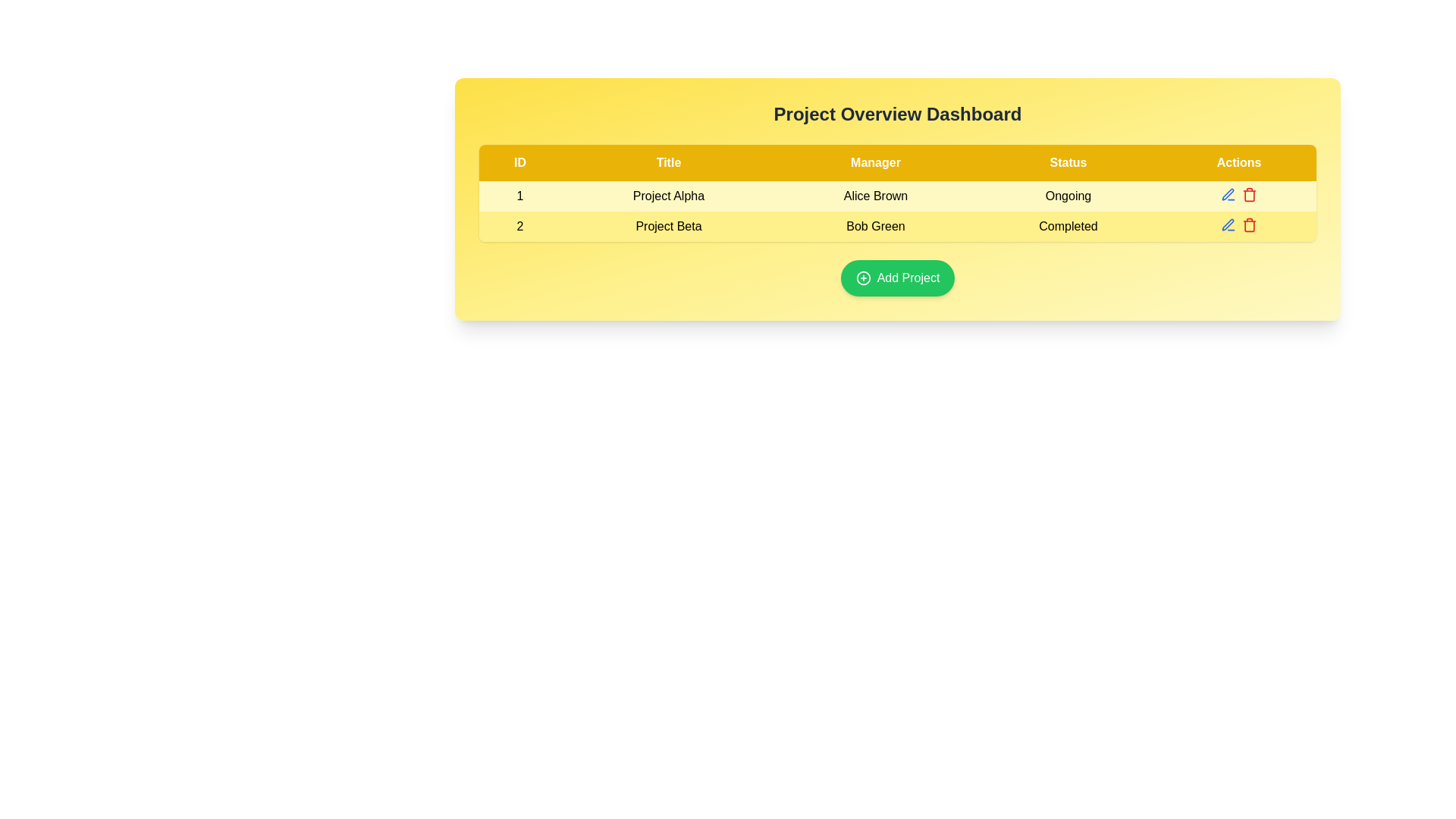 Image resolution: width=1456 pixels, height=819 pixels. Describe the element at coordinates (1238, 225) in the screenshot. I see `the interactive button group containing the pencil and trash can icons for editing and deleting the project entry titled 'Project Beta' in the 'Actions' column` at that location.